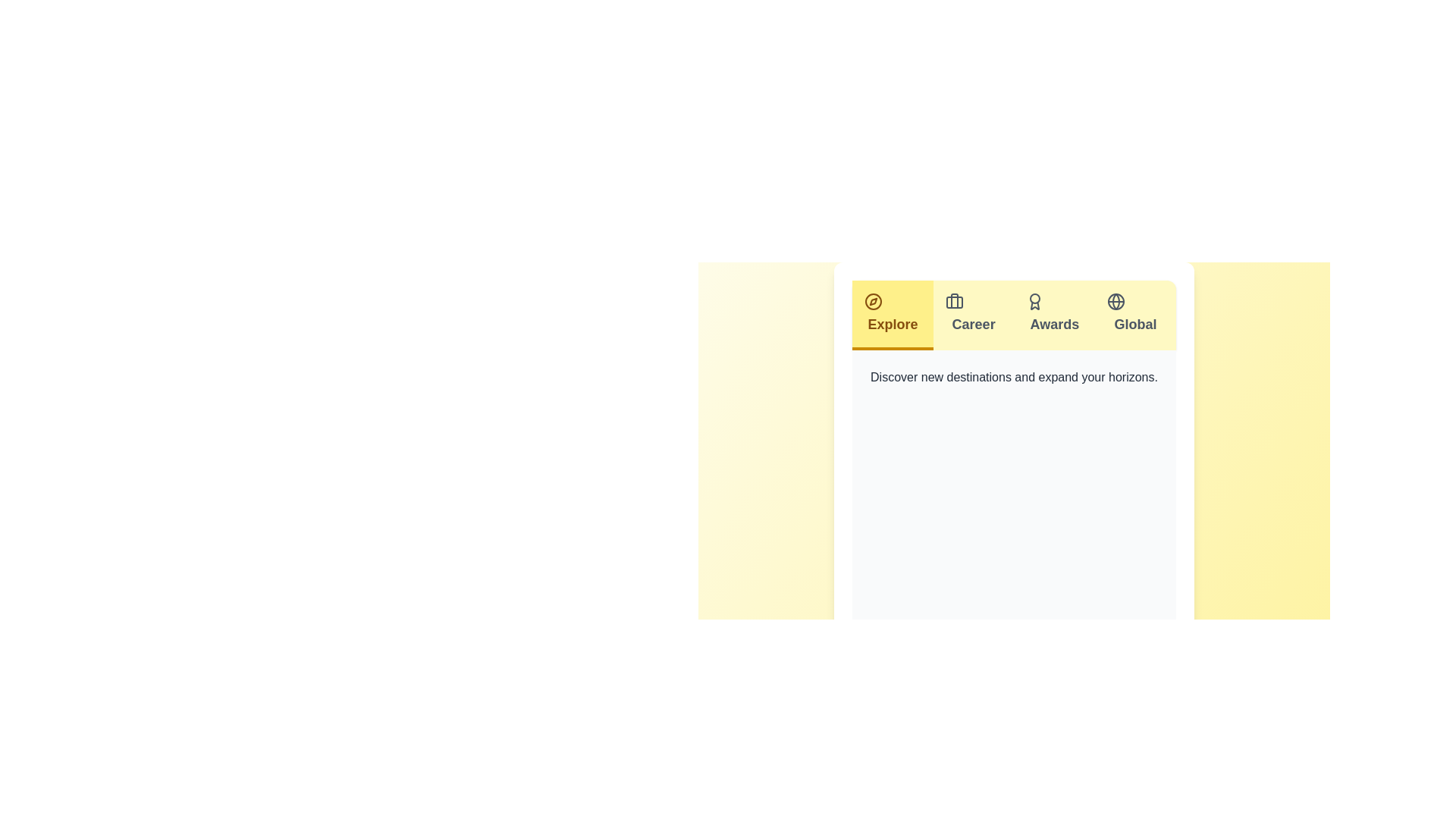 This screenshot has height=819, width=1456. Describe the element at coordinates (1135, 315) in the screenshot. I see `the tab labeled Global to view its content` at that location.